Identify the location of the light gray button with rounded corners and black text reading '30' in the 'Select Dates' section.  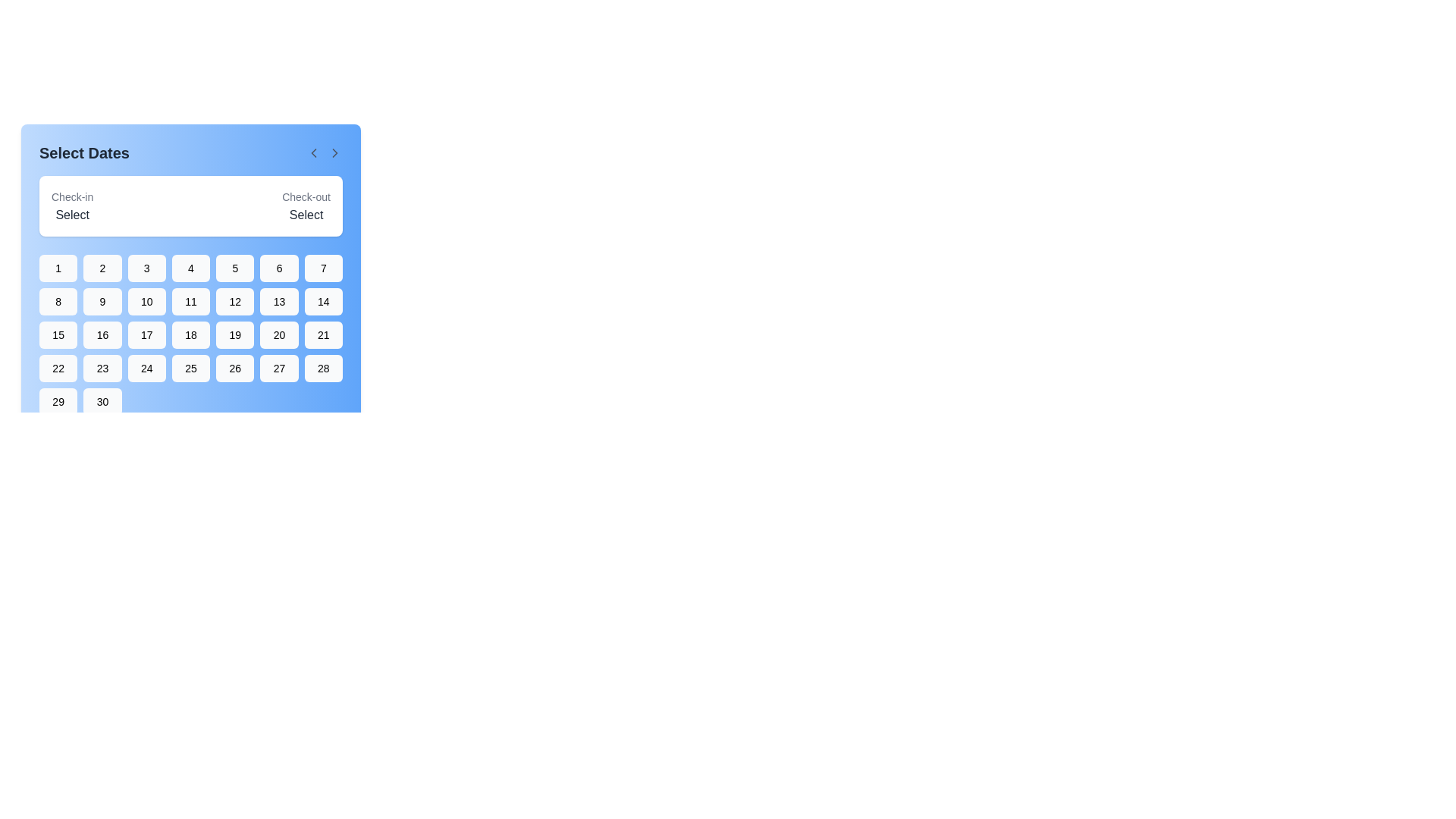
(102, 400).